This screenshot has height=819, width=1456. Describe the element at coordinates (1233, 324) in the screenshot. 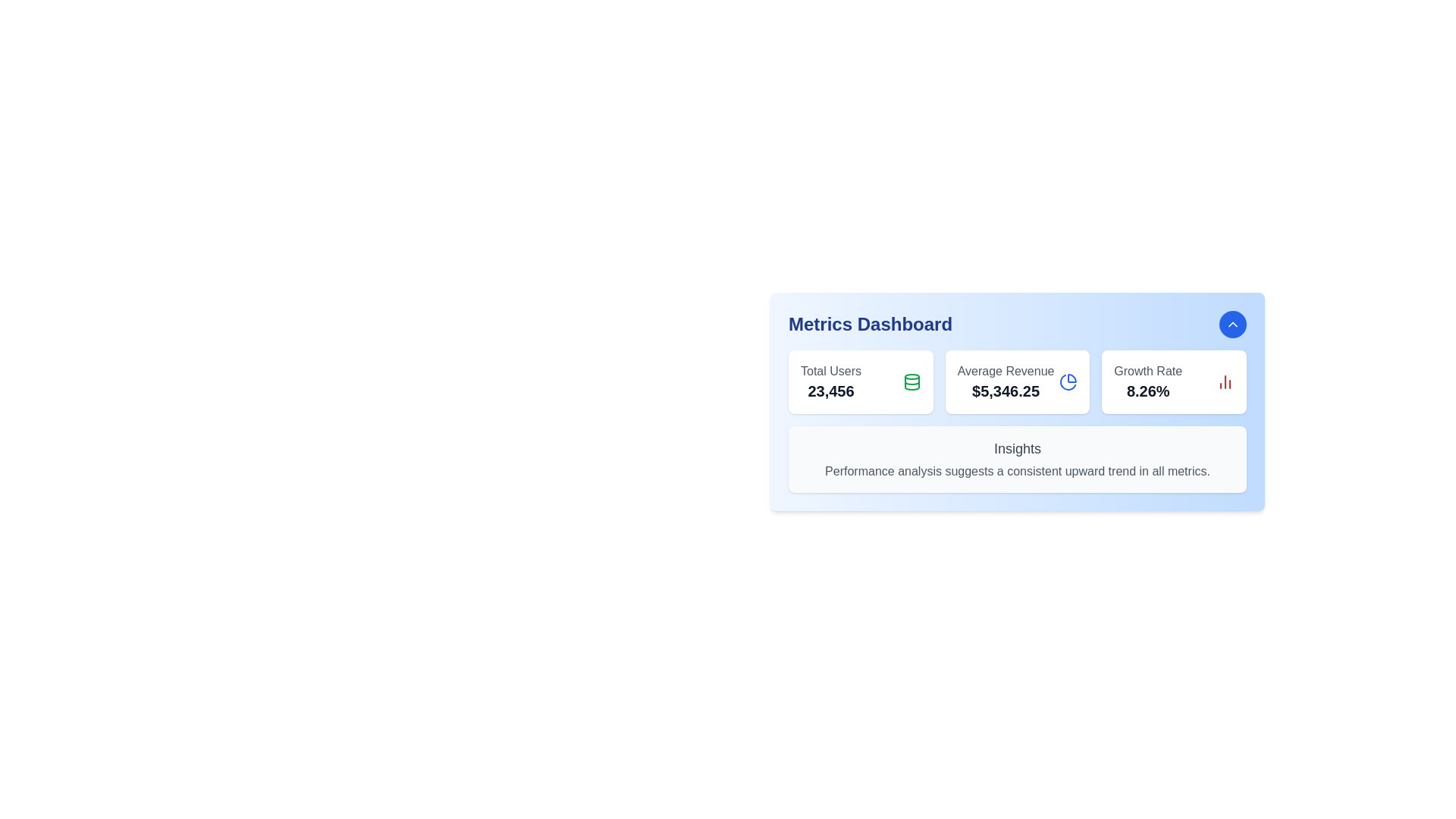

I see `the small upward-pointing chevron icon with a blue background located at the top-right corner of the 'Metrics Dashboard' card` at that location.